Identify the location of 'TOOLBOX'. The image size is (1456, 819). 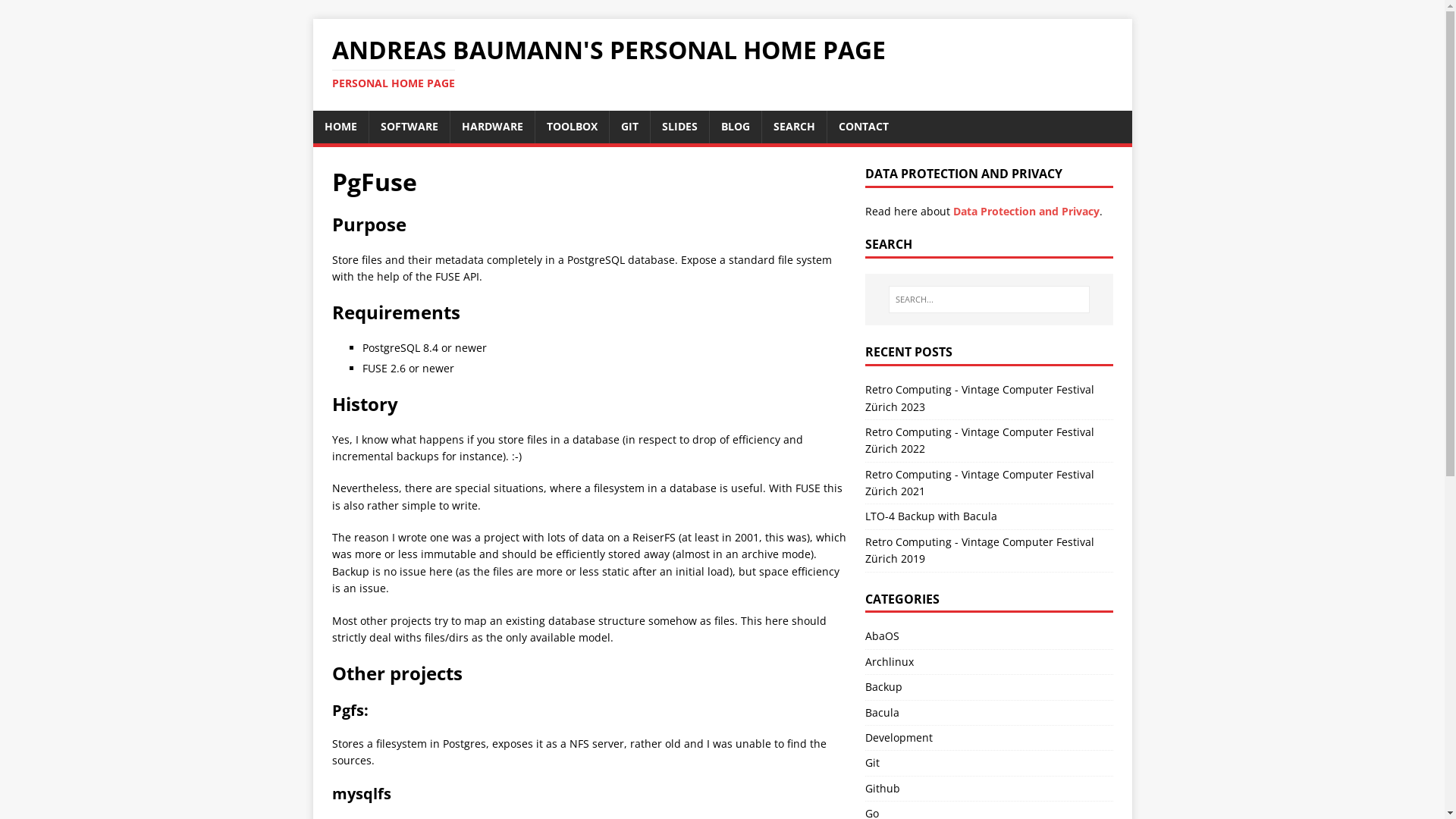
(535, 125).